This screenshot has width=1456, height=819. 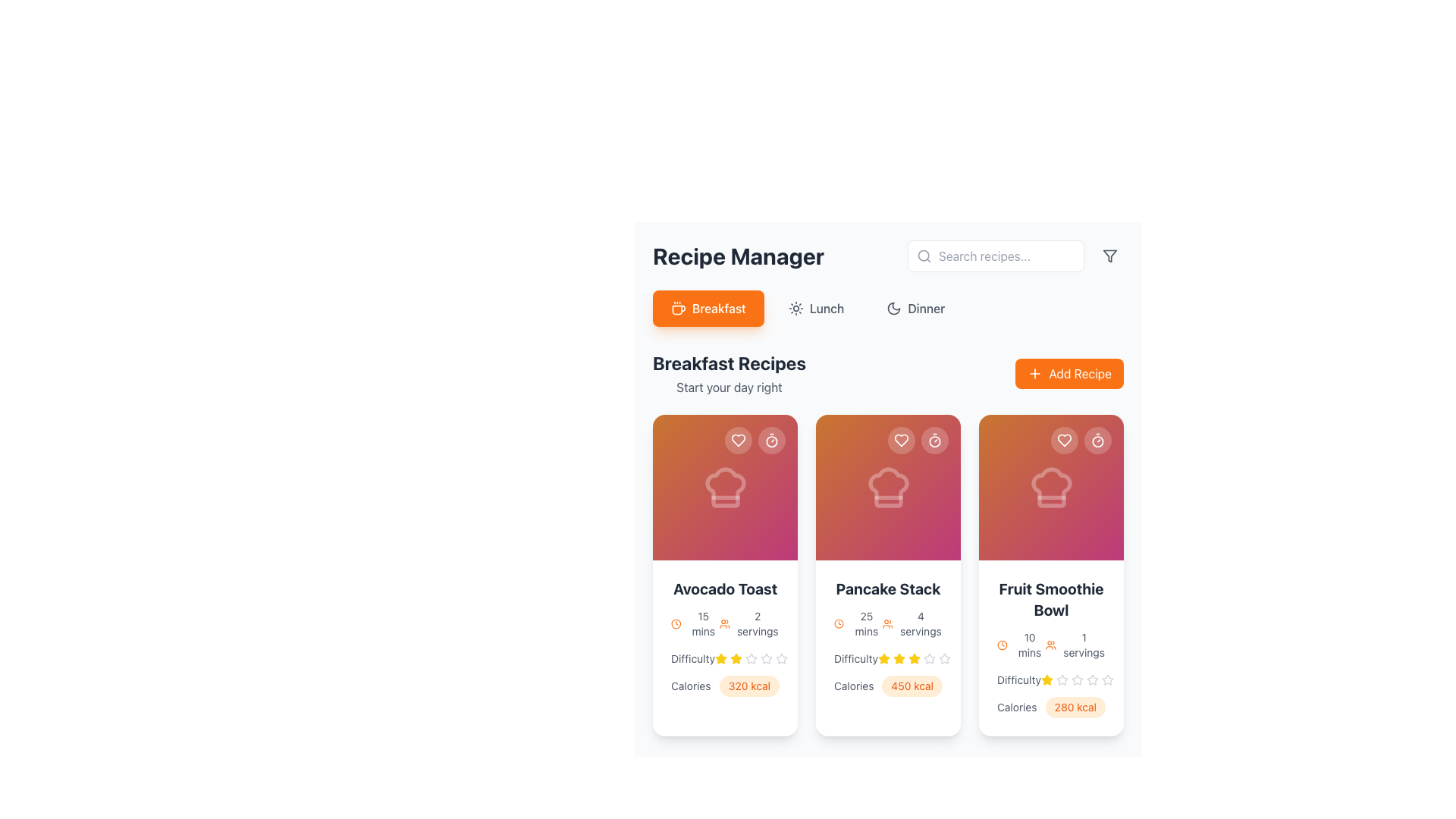 I want to click on the stars in the Difficulty rating section of the Avocado Toast card to modify the rating, so click(x=724, y=657).